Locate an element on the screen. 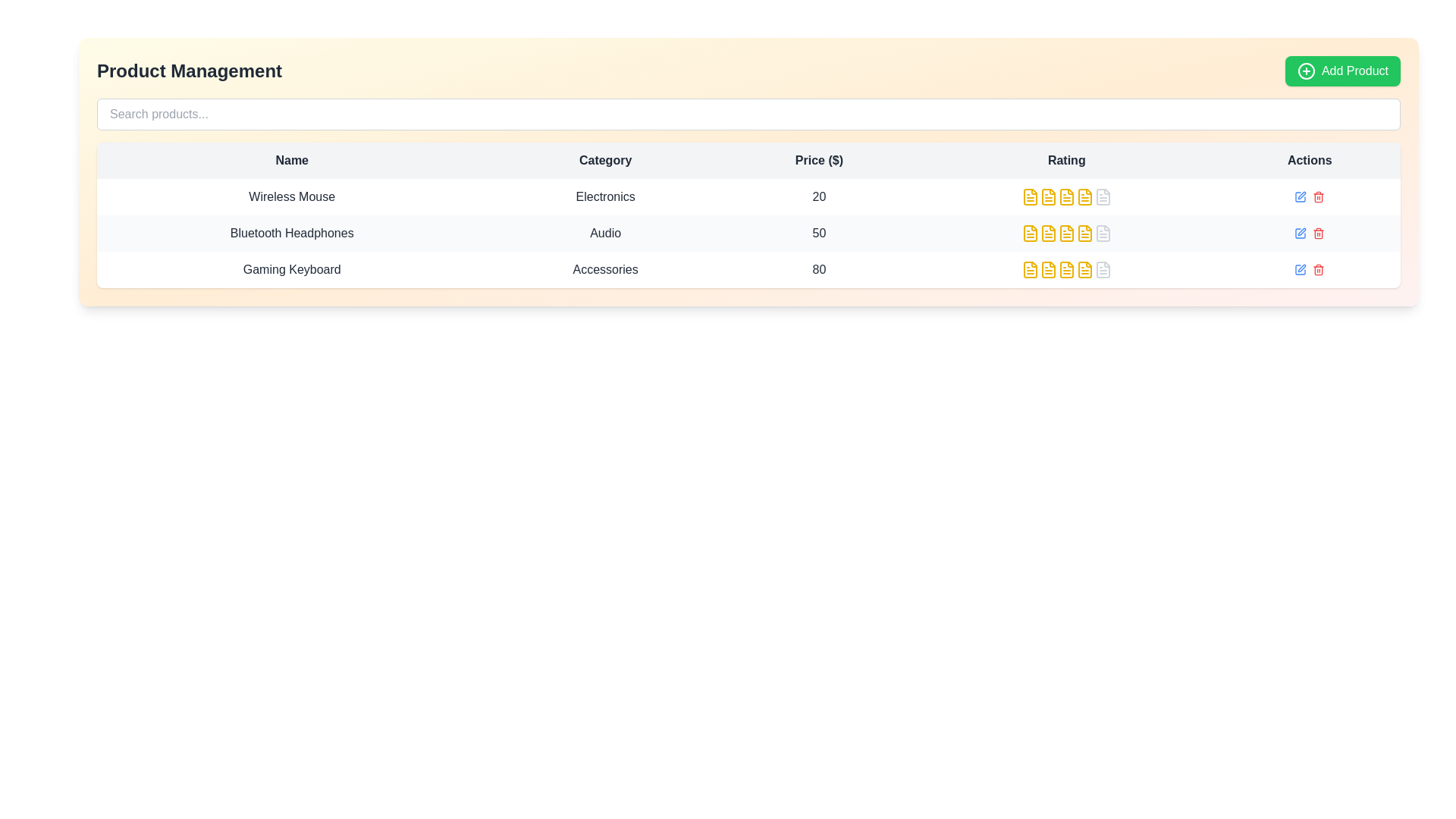 This screenshot has height=819, width=1456. the price information label for the 'Wireless Mouse' product in the 'Price ($)' column of the table is located at coordinates (818, 196).